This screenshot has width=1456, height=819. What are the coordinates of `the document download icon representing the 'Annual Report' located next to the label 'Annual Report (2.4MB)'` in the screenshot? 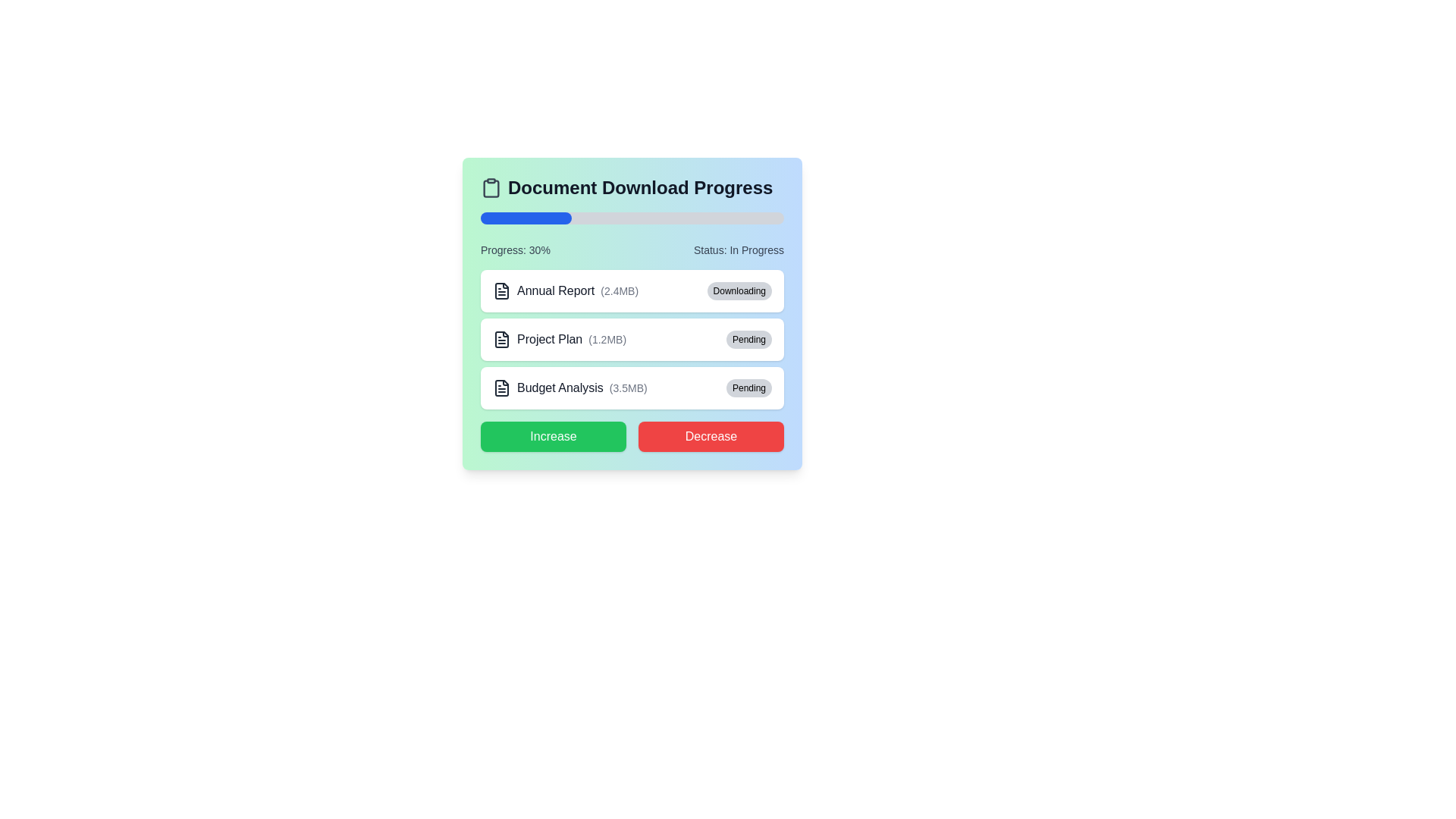 It's located at (502, 291).